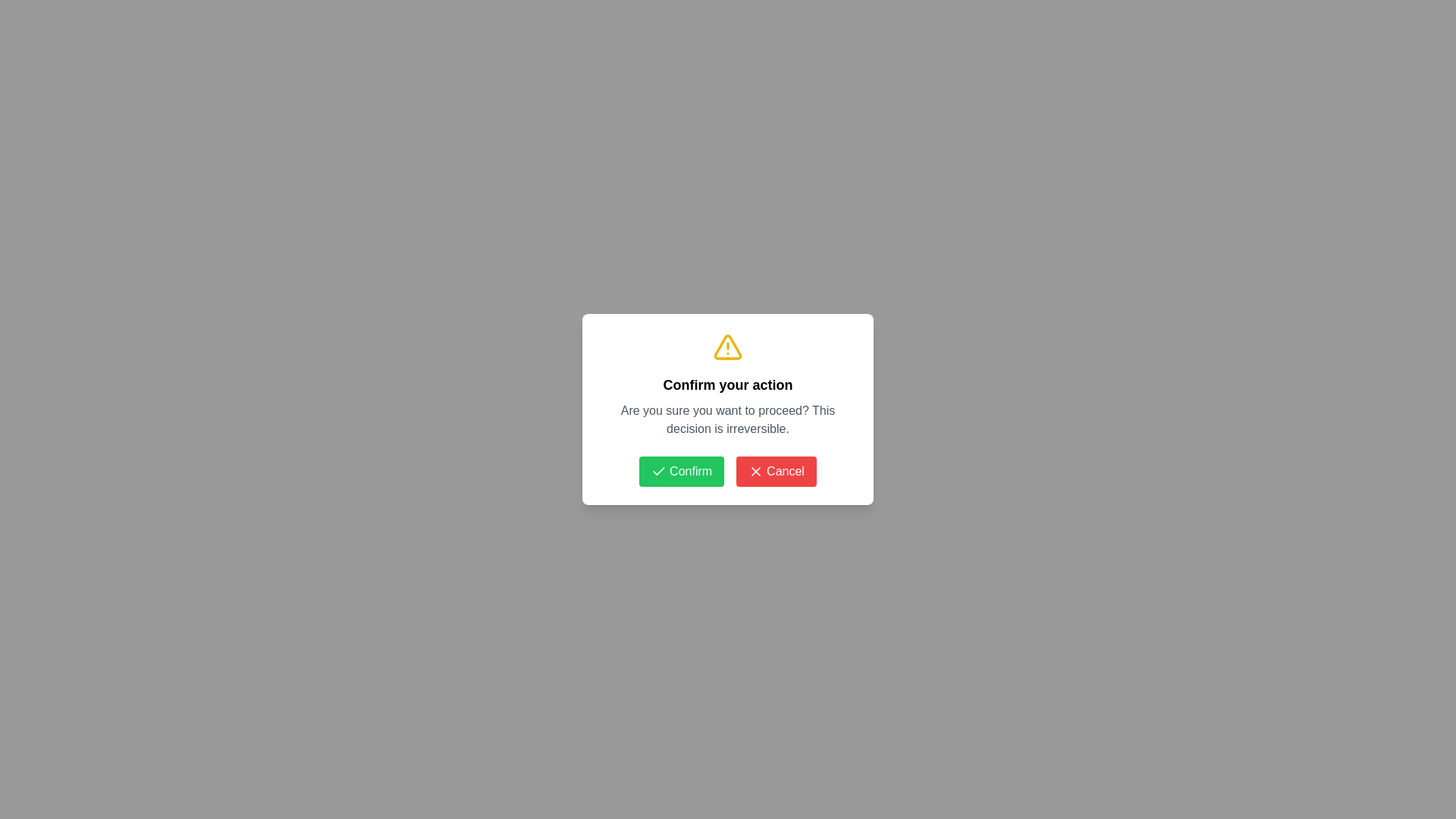 Image resolution: width=1456 pixels, height=819 pixels. Describe the element at coordinates (681, 470) in the screenshot. I see `the confirmation button located in the modal dialog, which is positioned on the left side of the 'Cancel' button` at that location.